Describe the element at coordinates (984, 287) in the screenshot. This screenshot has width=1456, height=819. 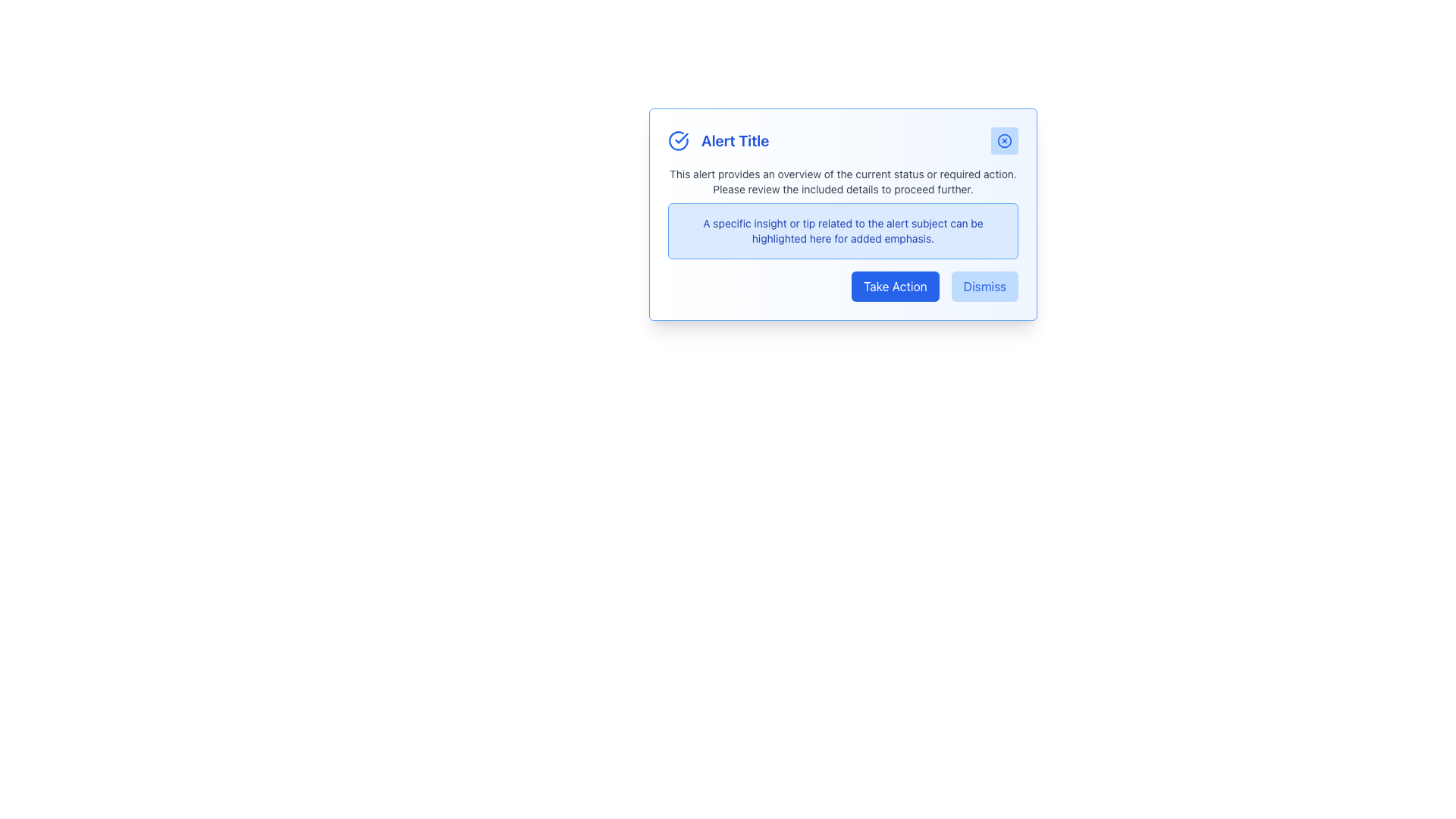
I see `the 'Dismiss' button, which is a rectangular button with rounded corners, located at the bottom-right of the notification card` at that location.